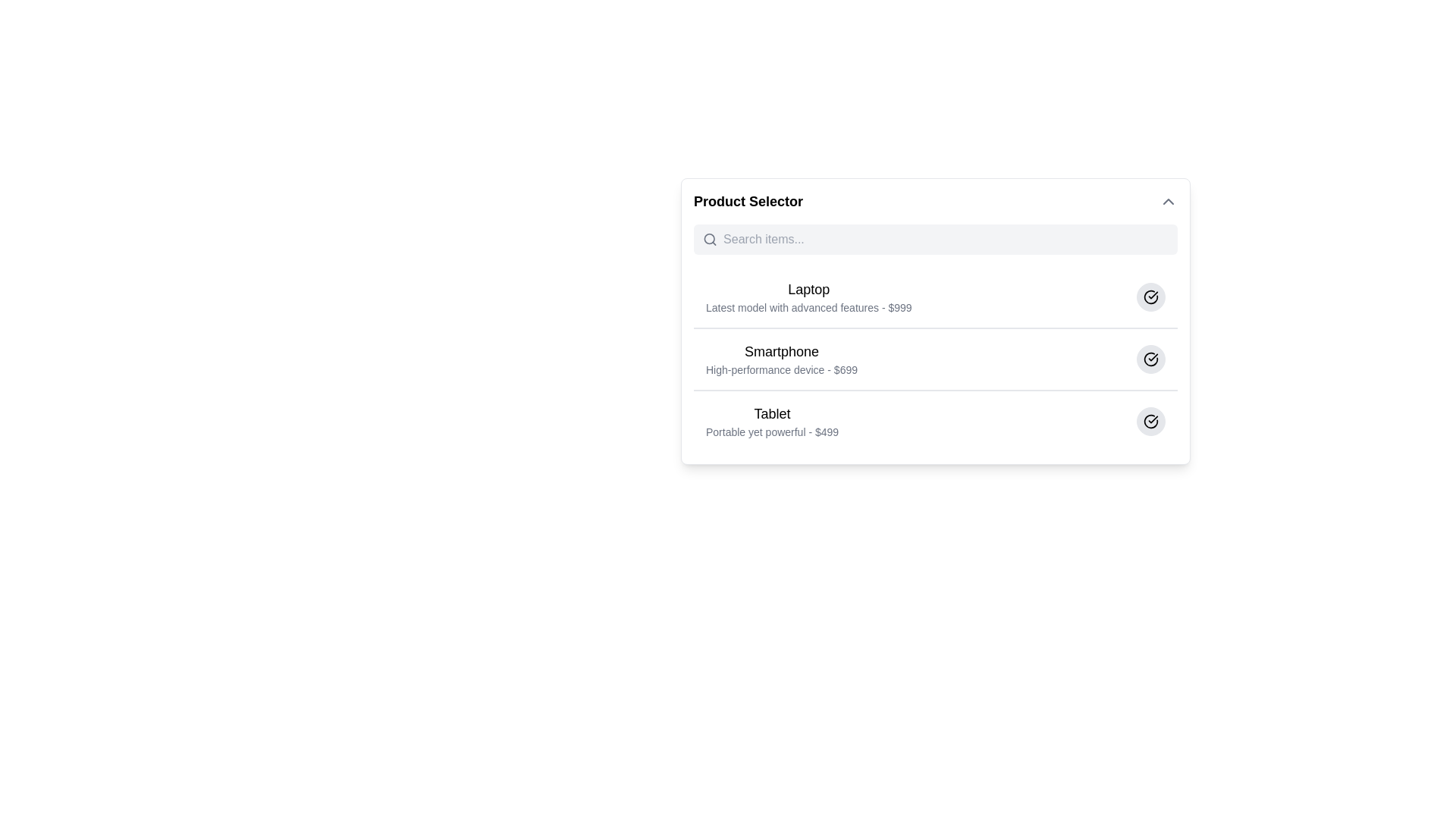  Describe the element at coordinates (772, 432) in the screenshot. I see `the Text Label displaying 'Portable yet powerful - $499', which is located beneath the 'Tablet' label in the product list` at that location.